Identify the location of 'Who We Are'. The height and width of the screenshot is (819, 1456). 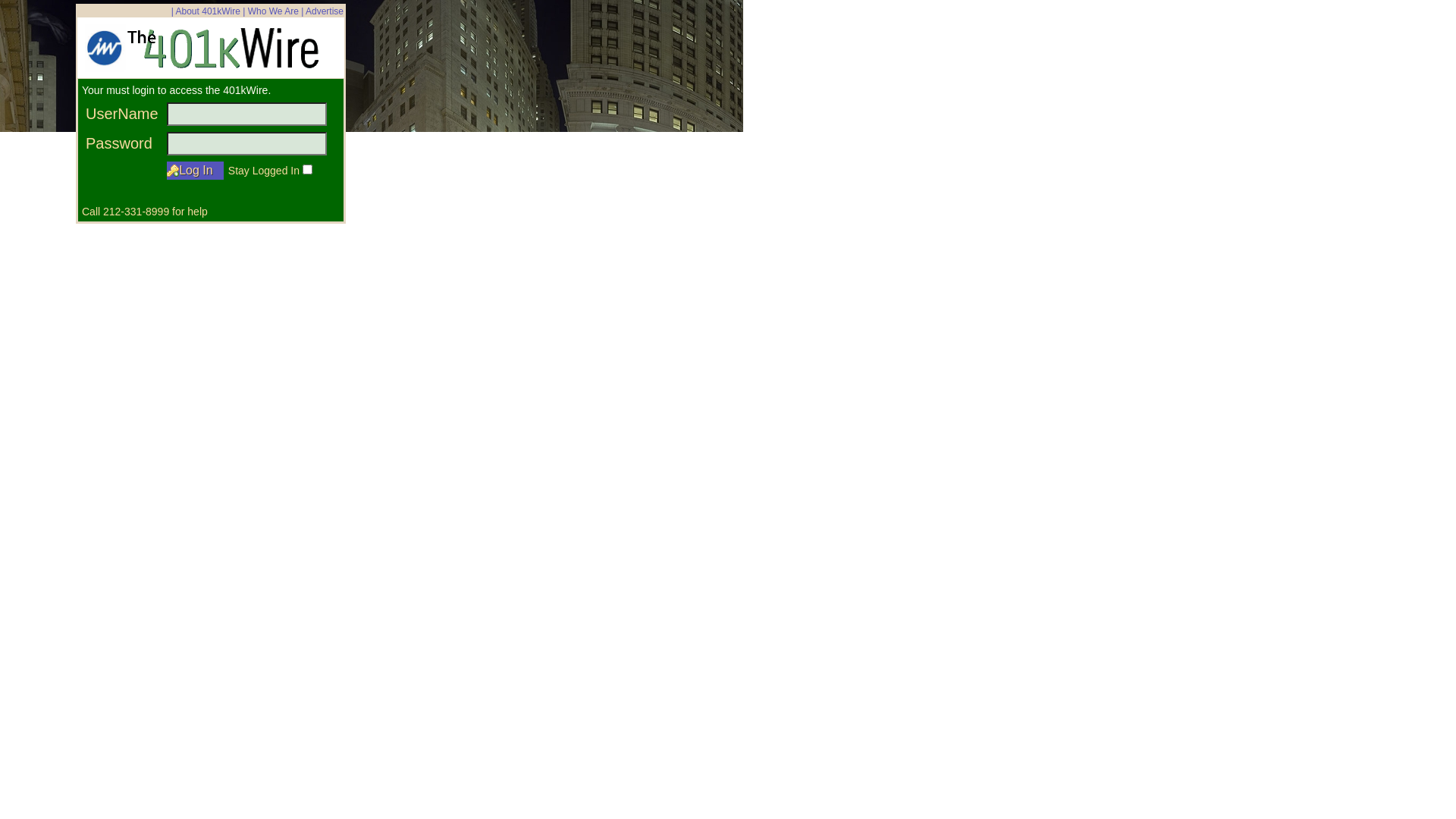
(247, 11).